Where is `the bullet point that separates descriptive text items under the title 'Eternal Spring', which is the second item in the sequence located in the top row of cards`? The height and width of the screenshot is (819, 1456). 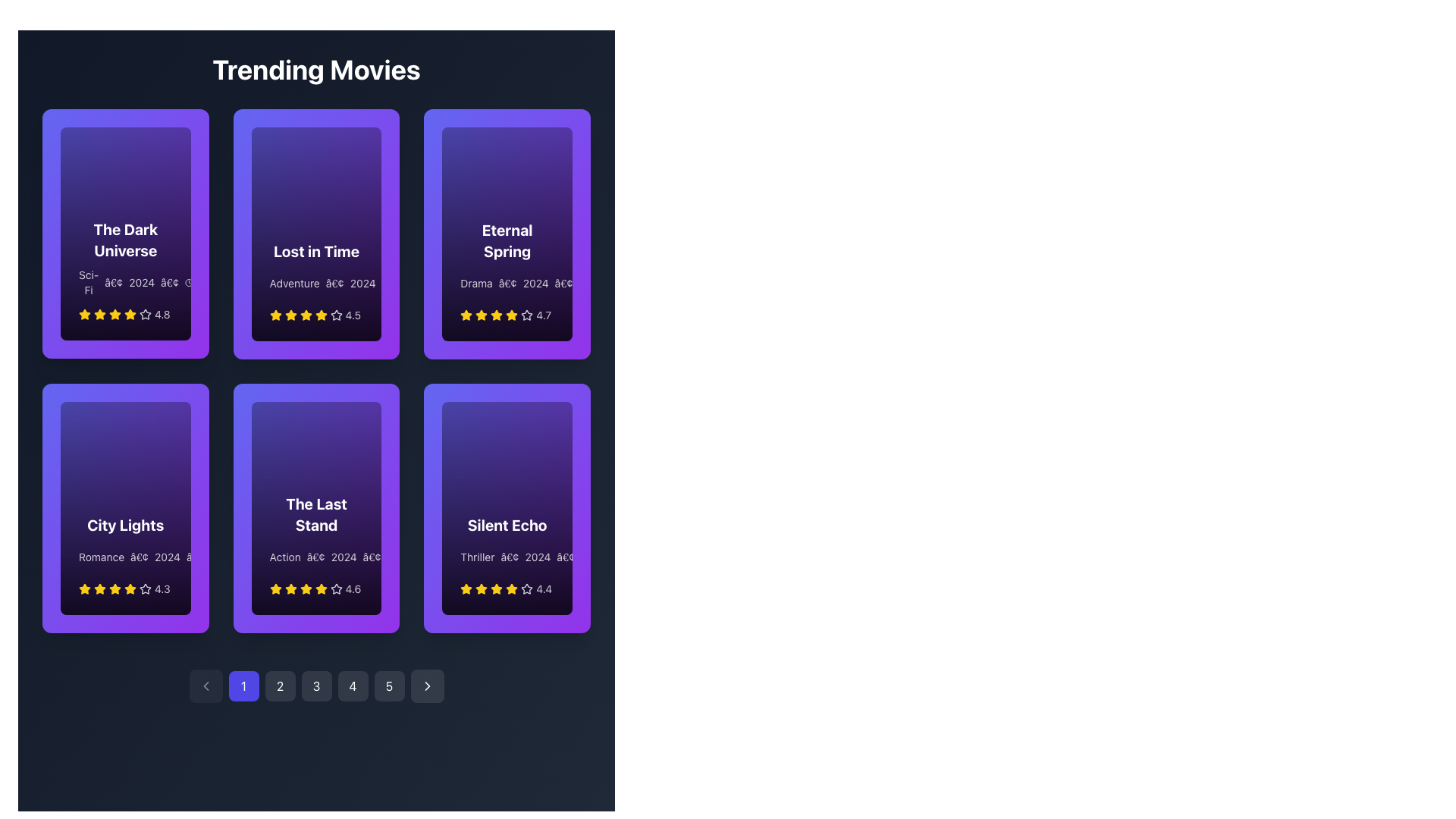 the bullet point that separates descriptive text items under the title 'Eternal Spring', which is the second item in the sequence located in the top row of cards is located at coordinates (507, 283).